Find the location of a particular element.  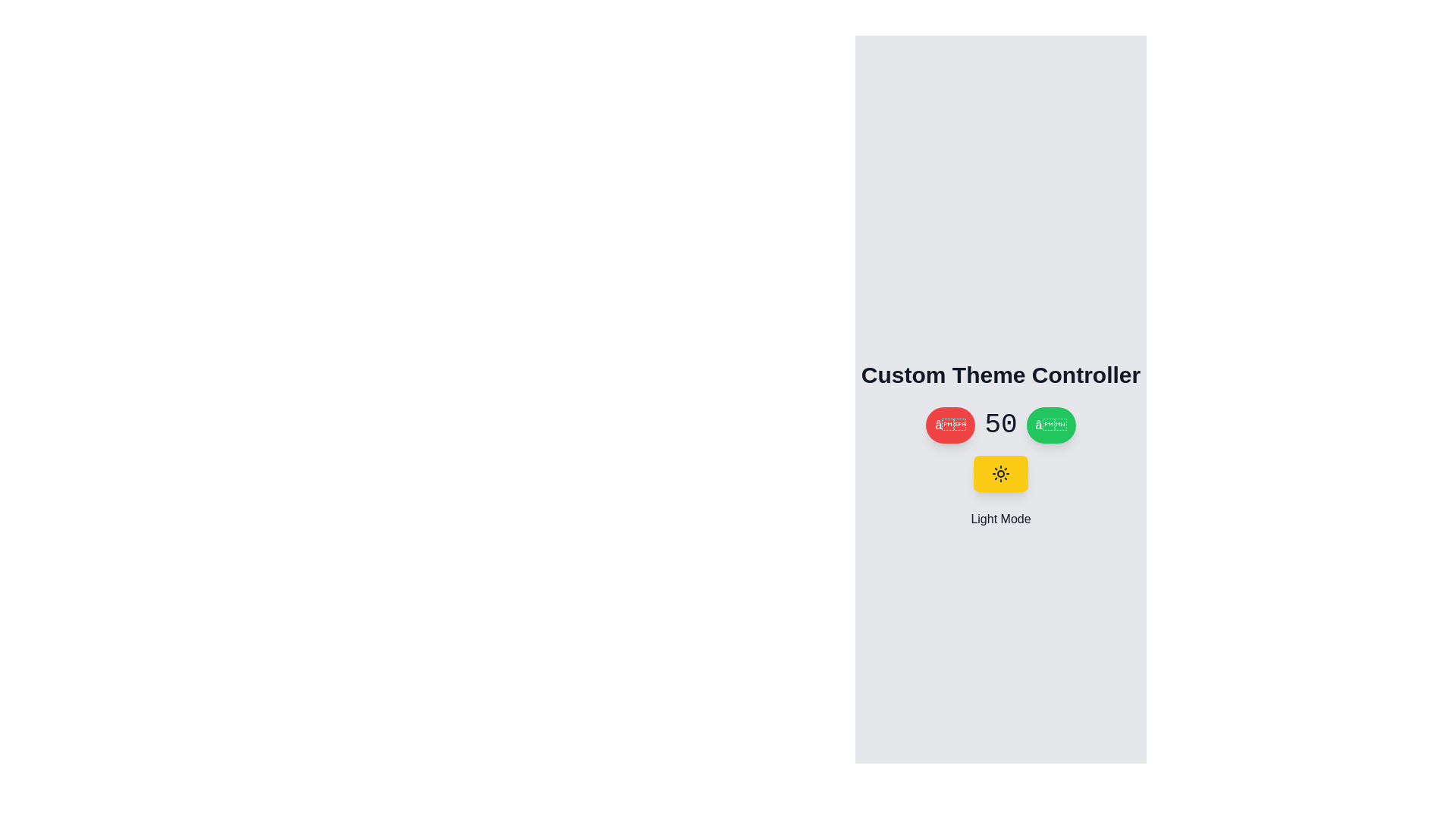

the numeric display text showing '50' styled as 'text-4xl', positioned between a red button on the left and a green button on the right is located at coordinates (1001, 425).